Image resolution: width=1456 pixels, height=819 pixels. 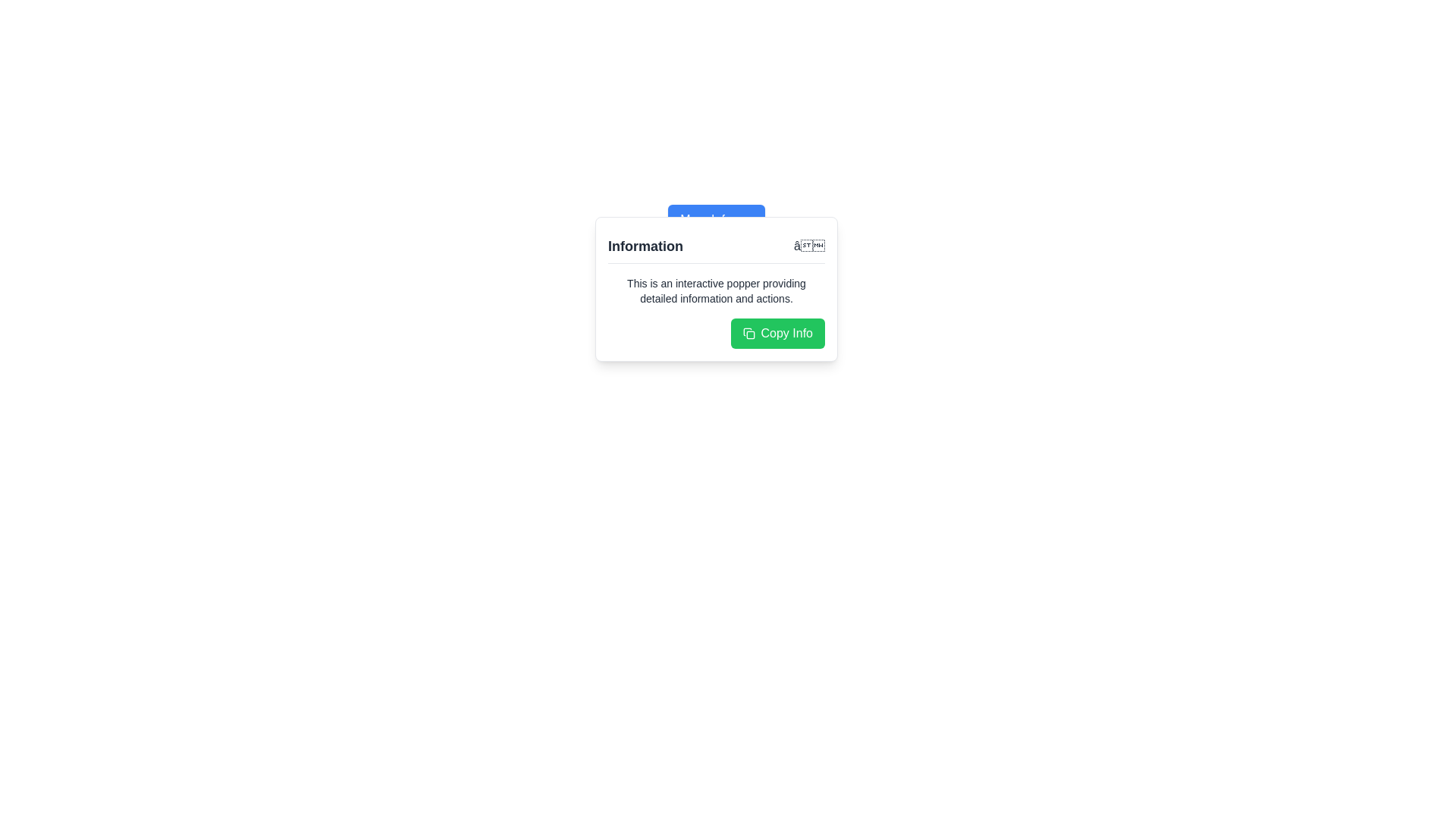 What do you see at coordinates (716, 291) in the screenshot?
I see `the text display component that contains the content 'This is an interactive popper providing detailed information and actions.' positioned within a white card below the title 'Information'` at bounding box center [716, 291].